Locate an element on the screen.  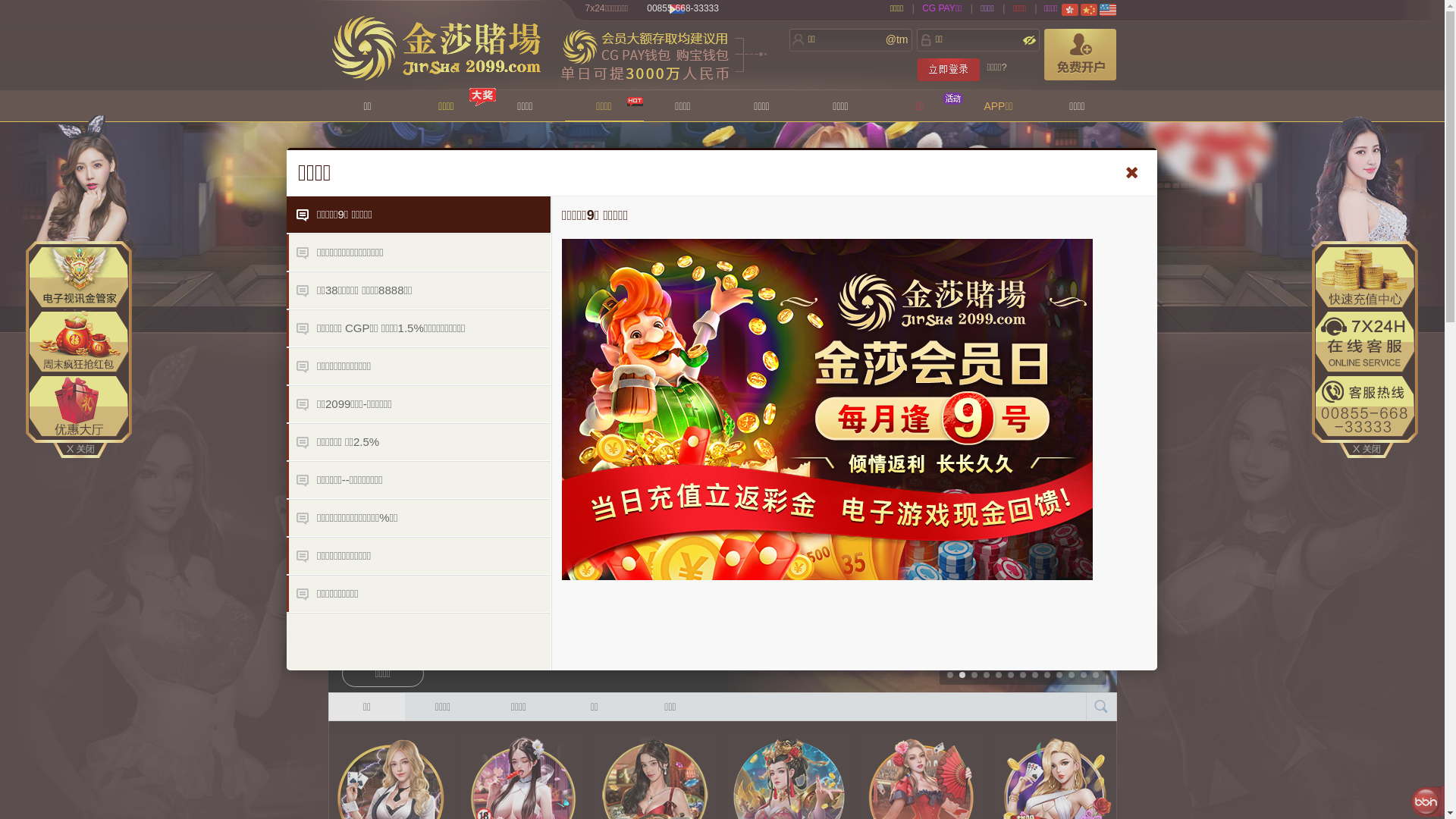
'English' is located at coordinates (1107, 9).